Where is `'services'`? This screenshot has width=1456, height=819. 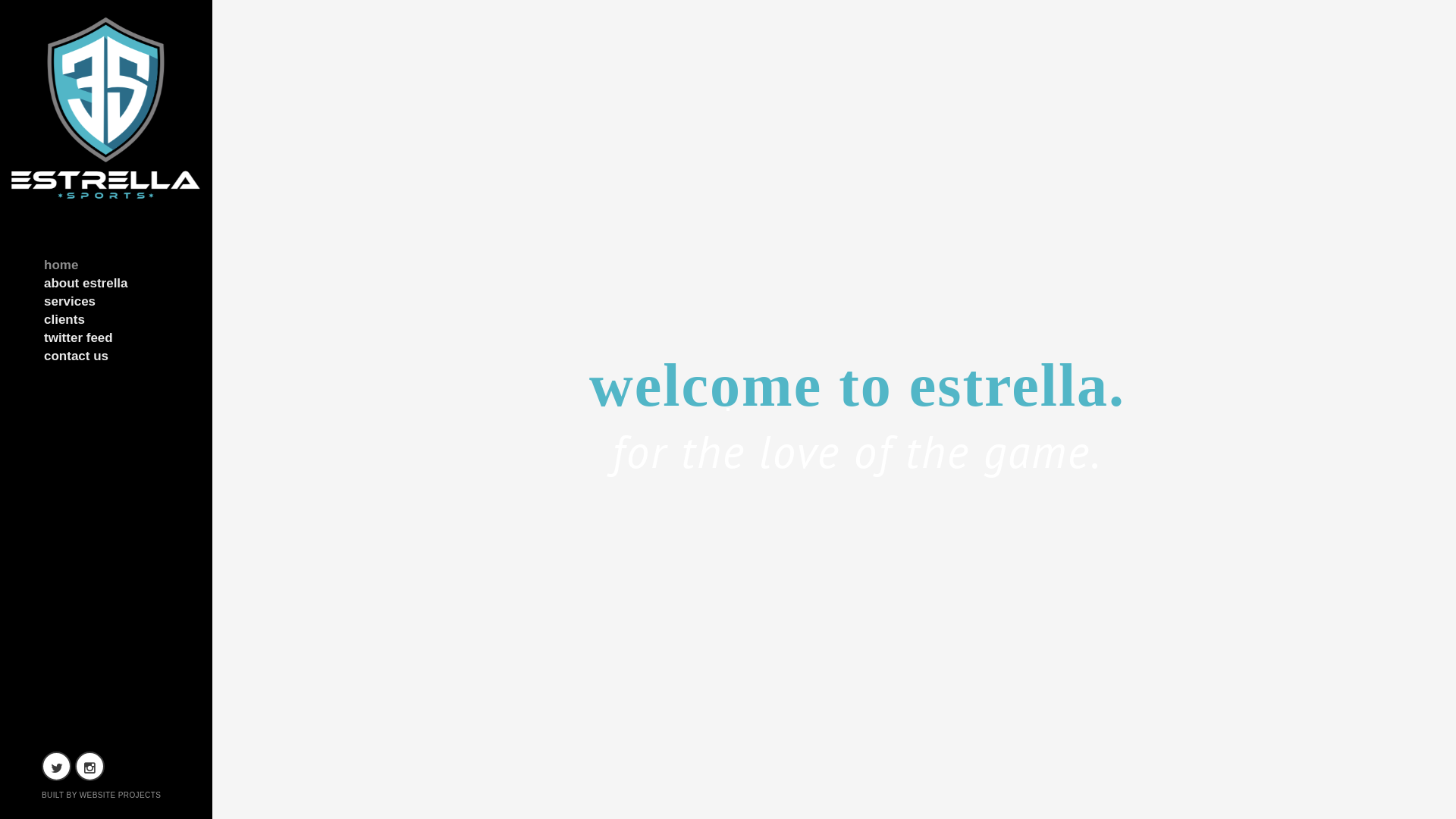
'services' is located at coordinates (106, 304).